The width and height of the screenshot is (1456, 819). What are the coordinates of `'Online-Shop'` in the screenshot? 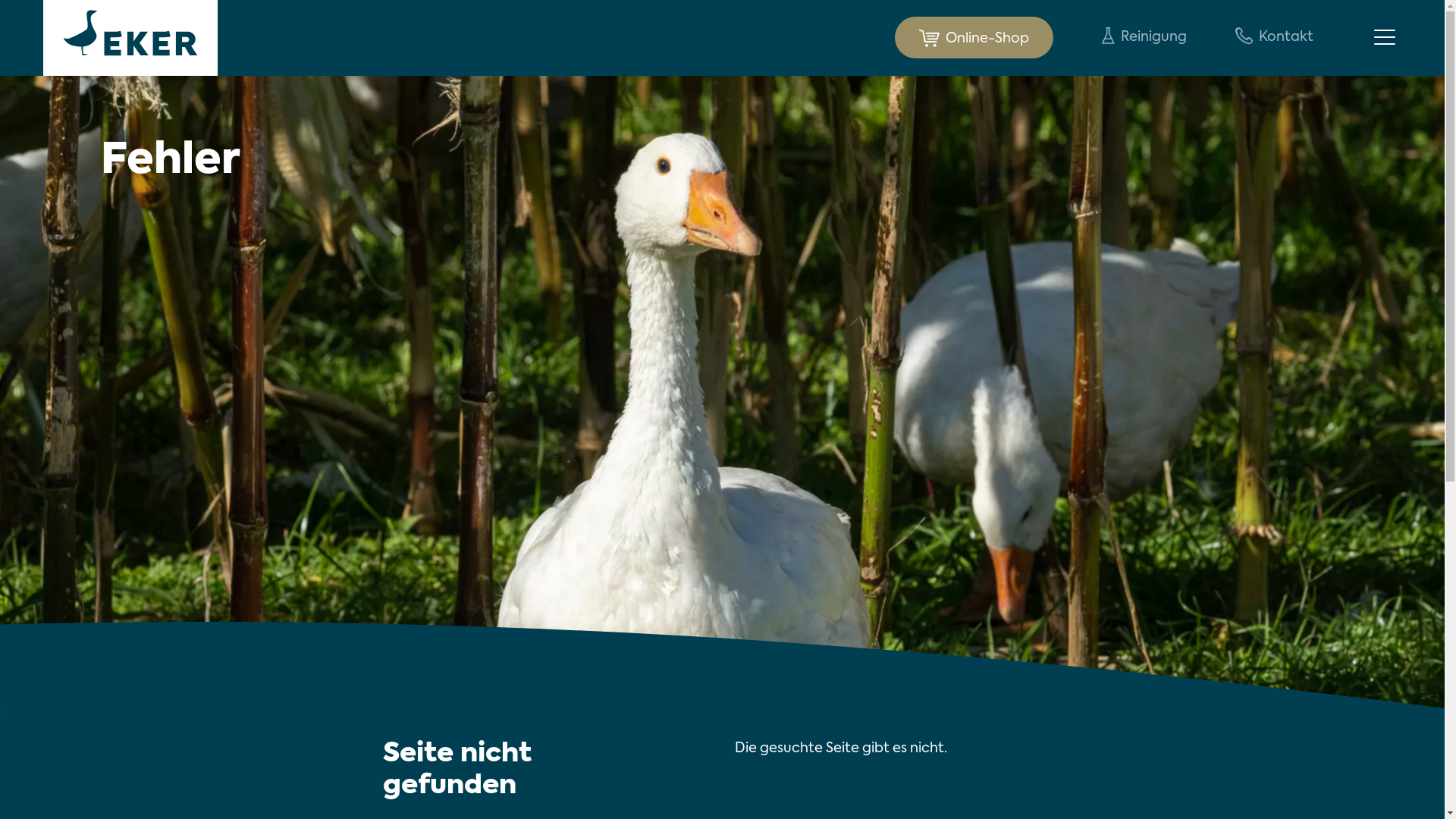 It's located at (974, 36).